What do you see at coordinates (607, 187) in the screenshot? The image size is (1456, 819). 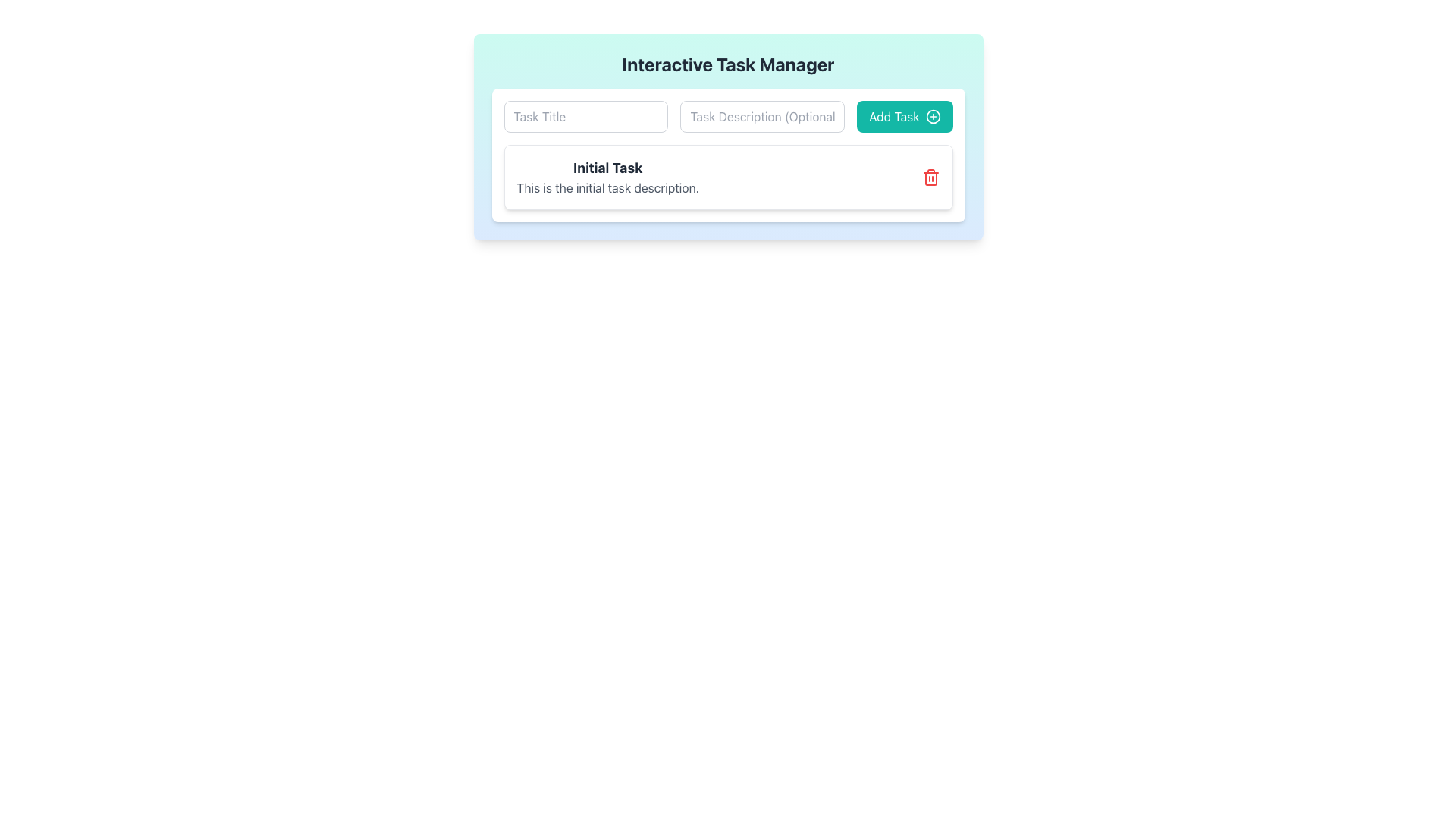 I see `the text label stating 'This is the initial task description.' which is styled in gray and positioned below the bold title 'Initial Task'` at bounding box center [607, 187].